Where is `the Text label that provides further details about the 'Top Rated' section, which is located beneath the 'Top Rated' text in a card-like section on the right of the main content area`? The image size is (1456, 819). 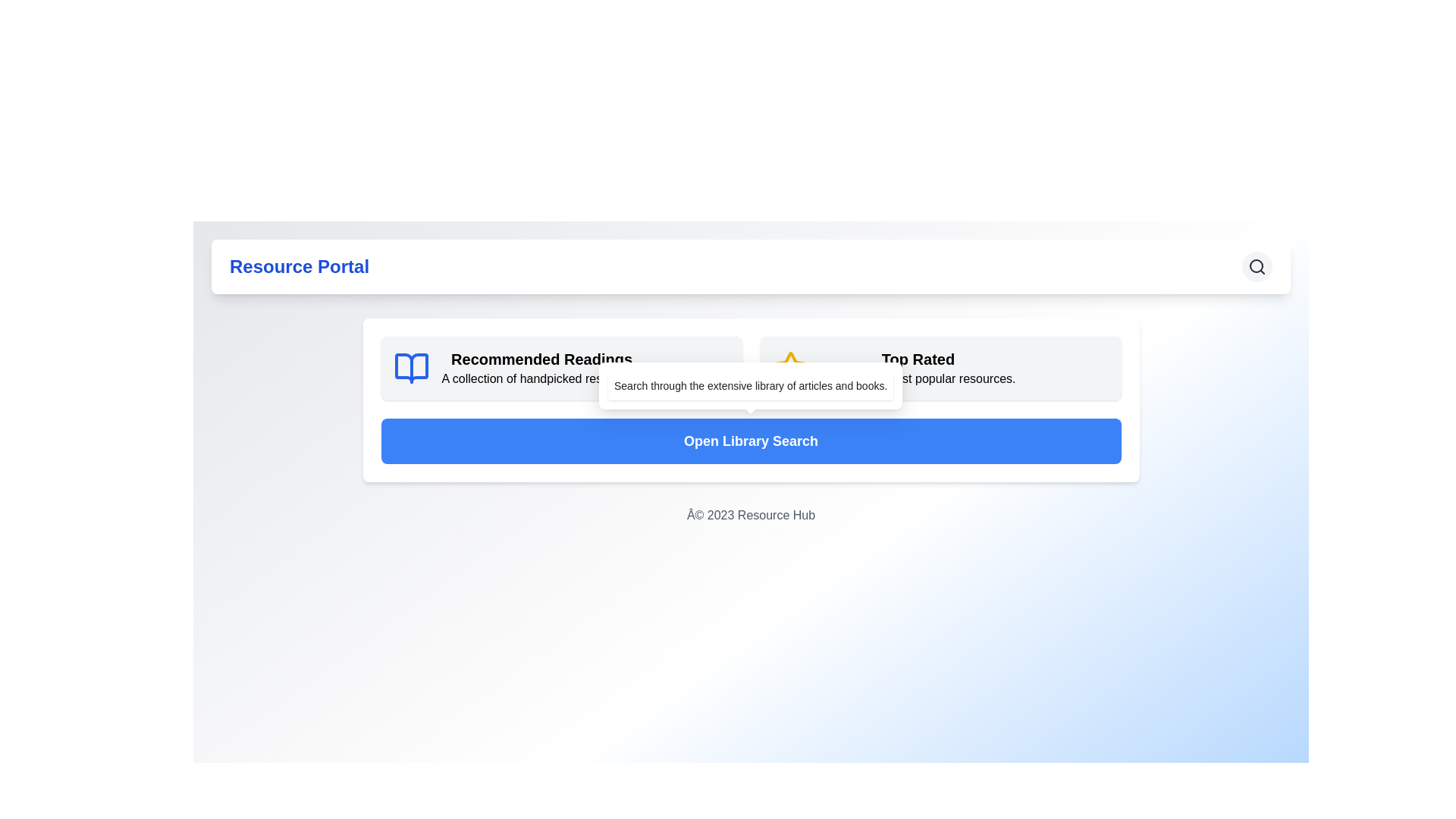
the Text label that provides further details about the 'Top Rated' section, which is located beneath the 'Top Rated' text in a card-like section on the right of the main content area is located at coordinates (917, 378).